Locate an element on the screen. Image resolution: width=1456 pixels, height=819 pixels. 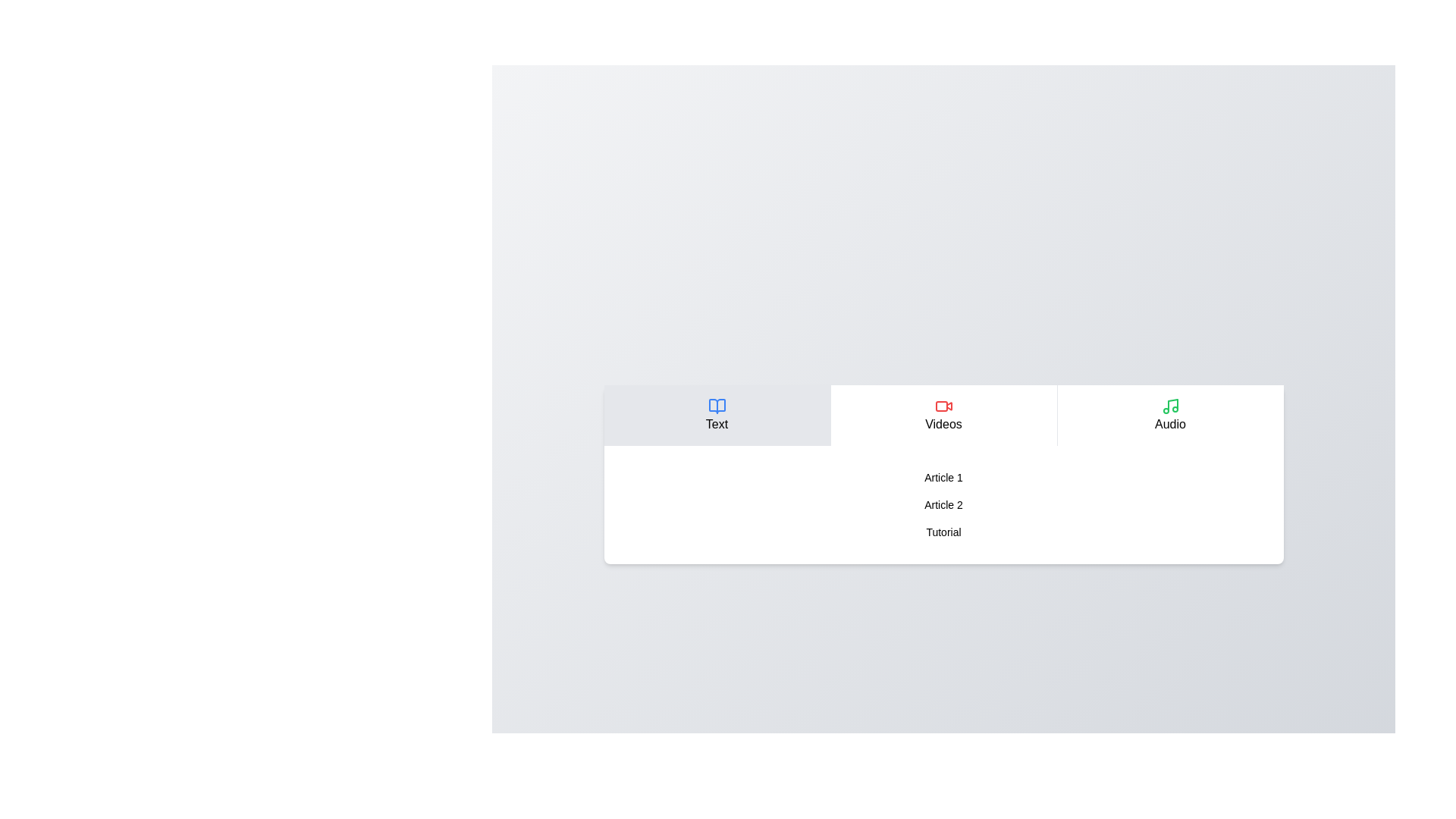
the Audio tab is located at coordinates (1169, 415).